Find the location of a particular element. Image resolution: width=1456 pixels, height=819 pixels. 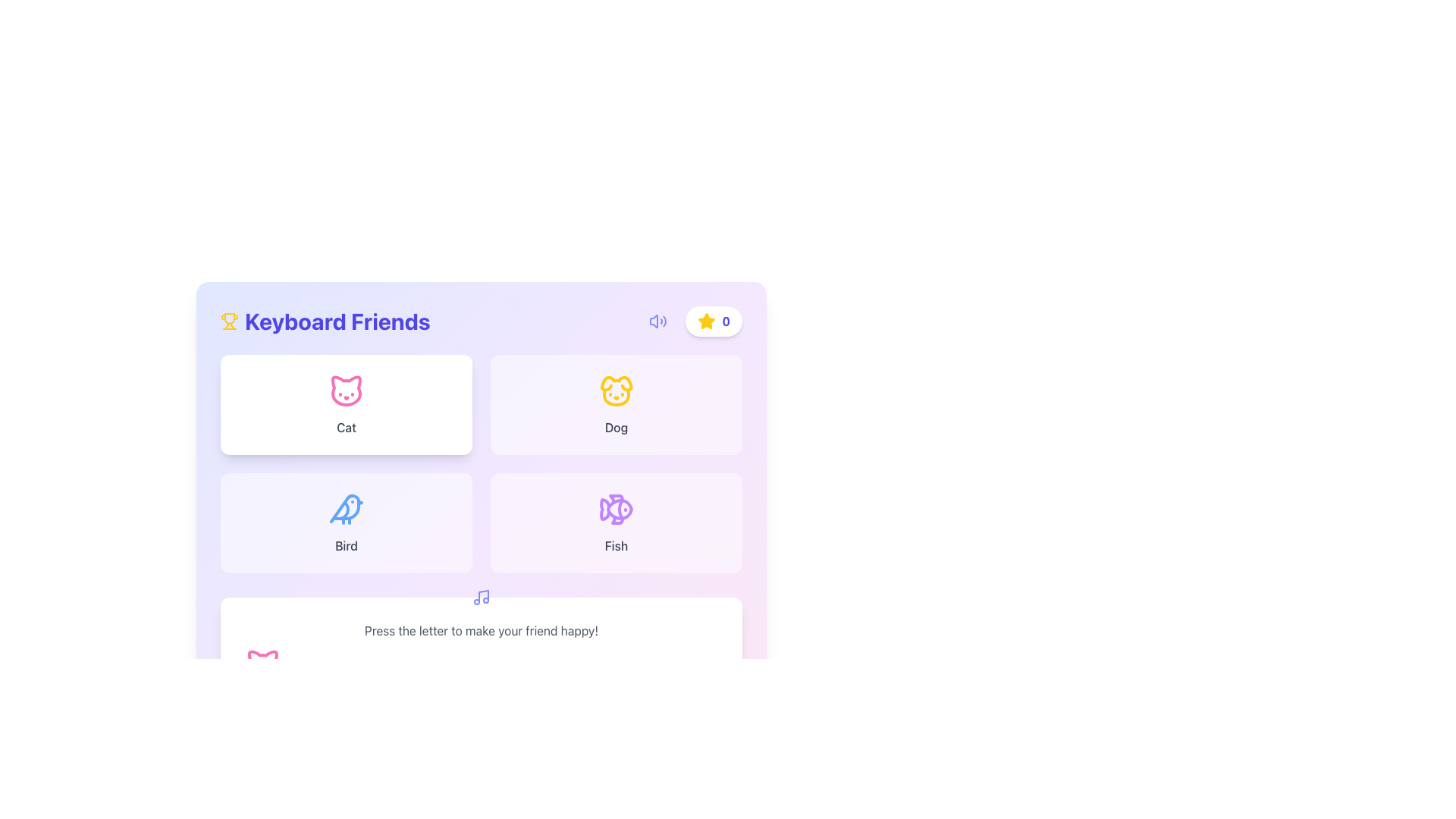

the 'Dog' option icon, which serves as a visual identifier for the corresponding option in the interface, located centrally within its grid cell is located at coordinates (616, 391).